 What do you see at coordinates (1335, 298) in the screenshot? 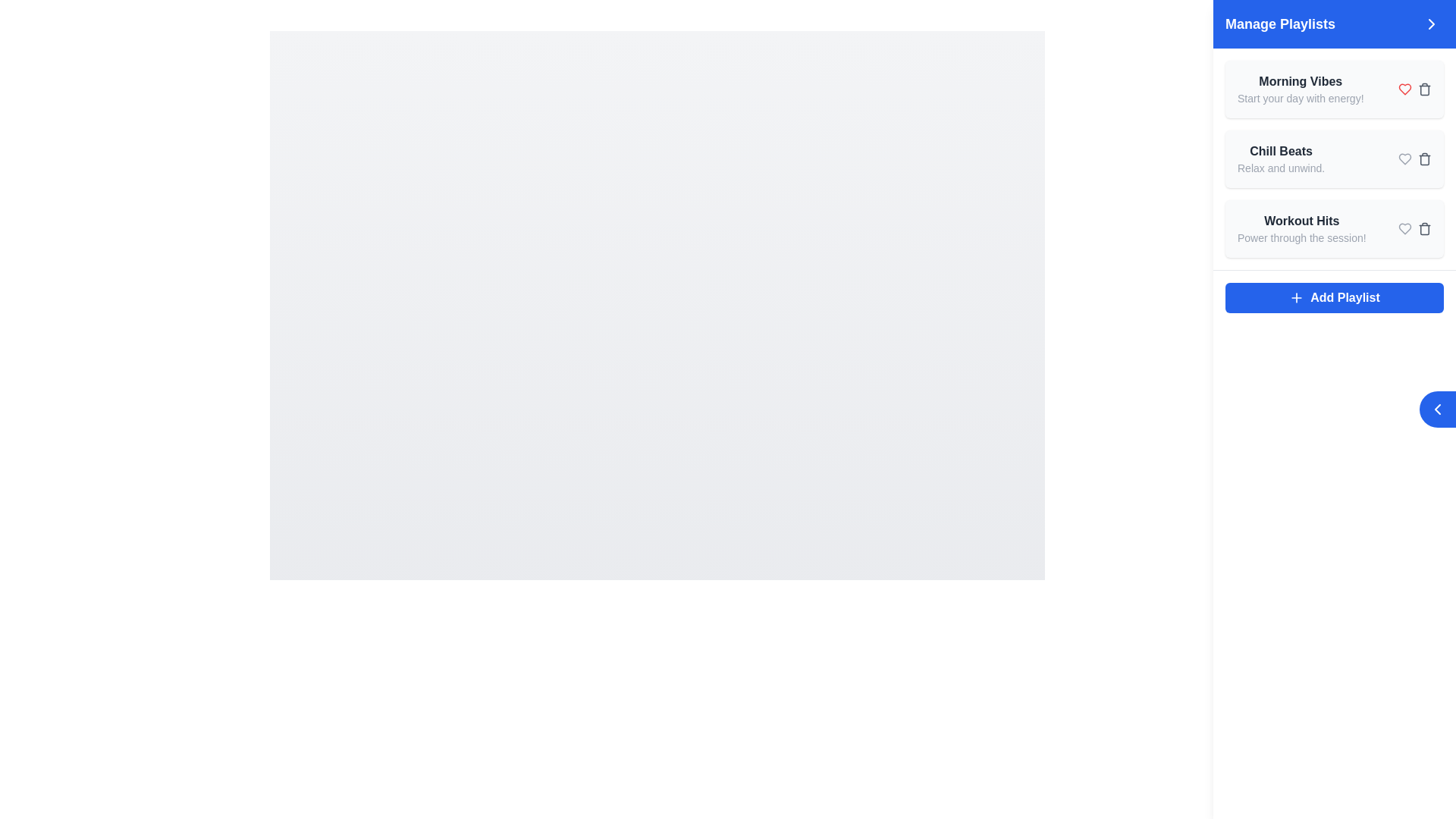
I see `keyboard navigation` at bounding box center [1335, 298].